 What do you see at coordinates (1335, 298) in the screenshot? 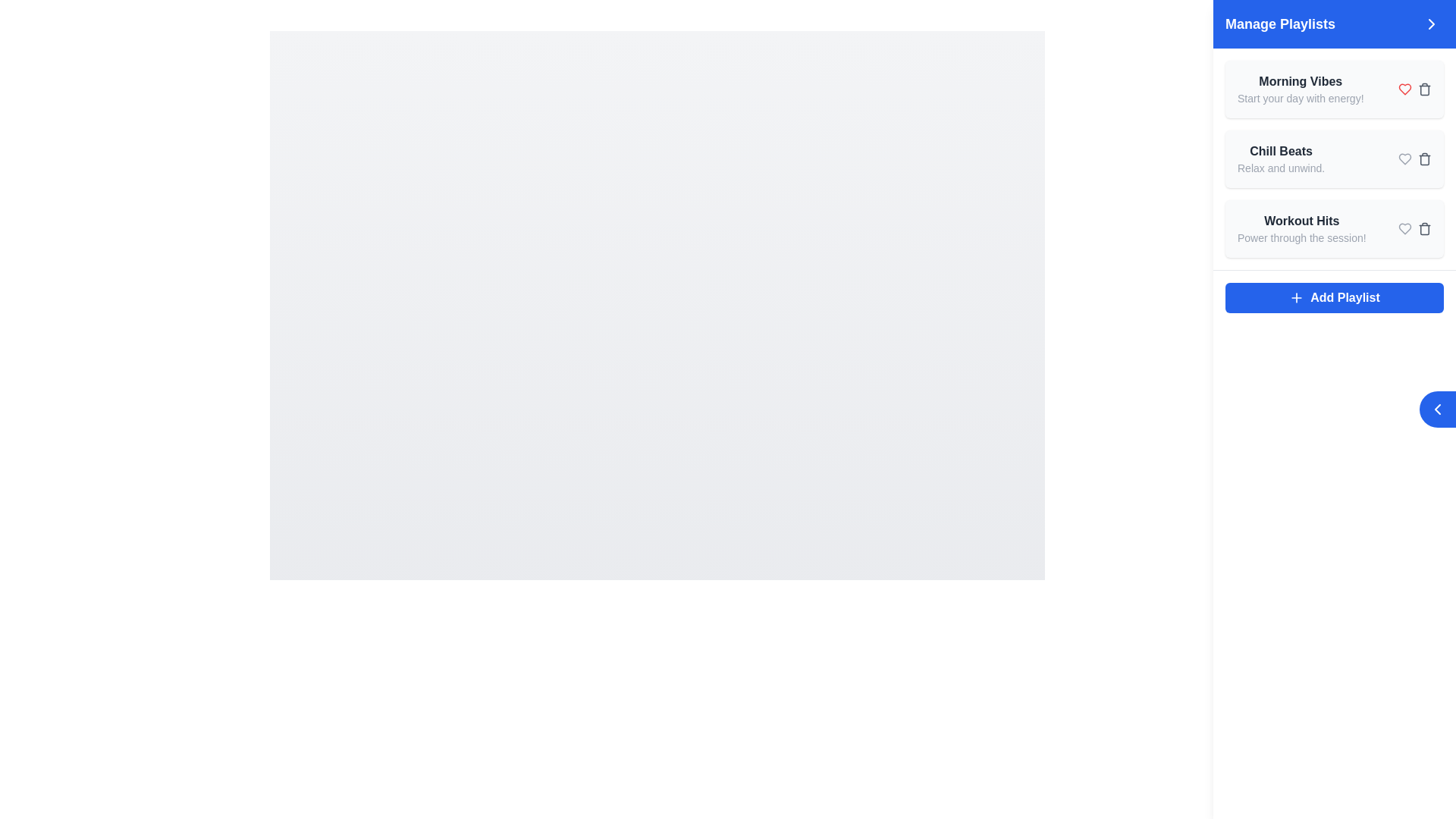
I see `keyboard navigation` at bounding box center [1335, 298].